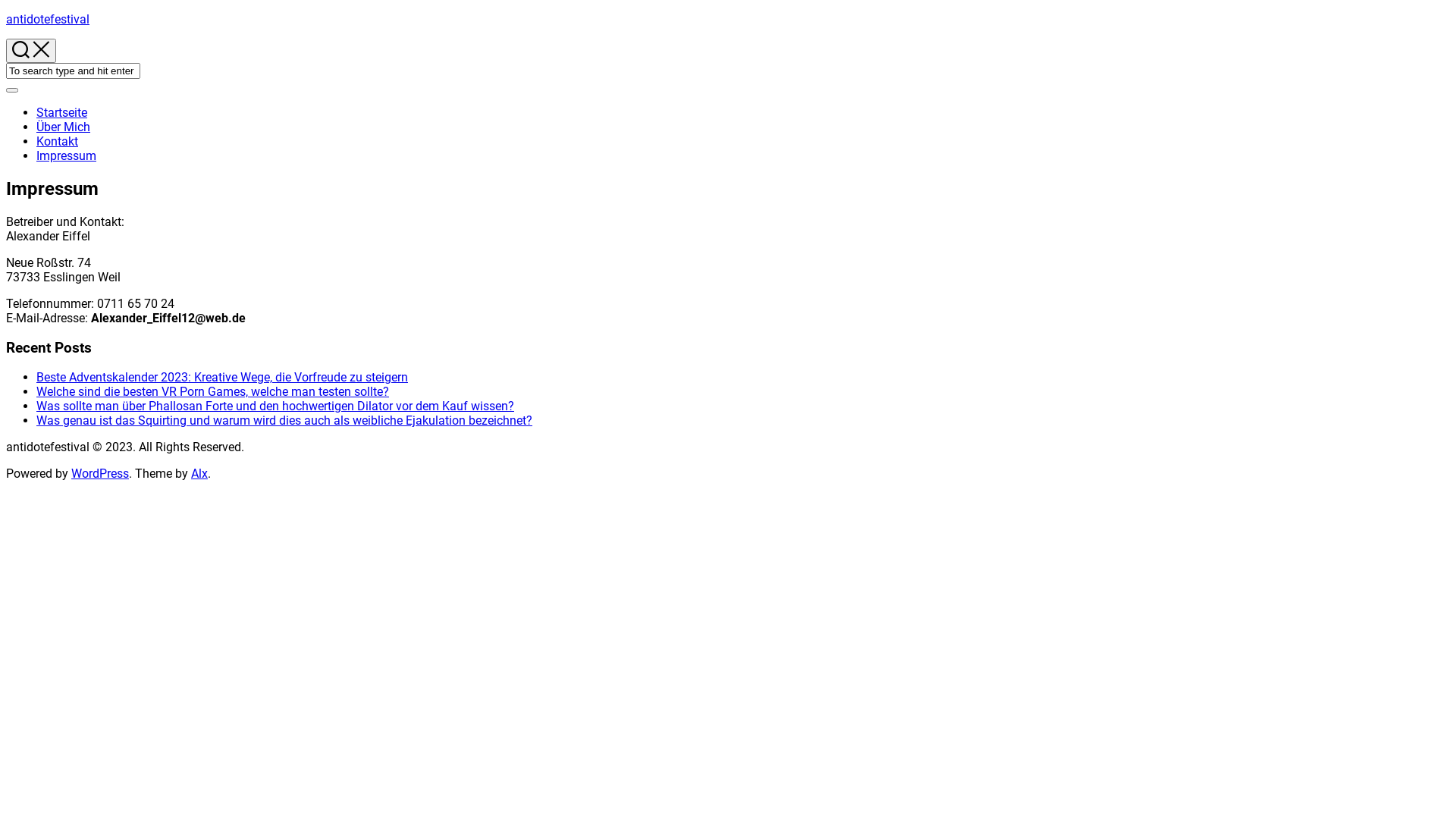 The height and width of the screenshot is (819, 1456). Describe the element at coordinates (5, 11) in the screenshot. I see `'Skip to content'` at that location.